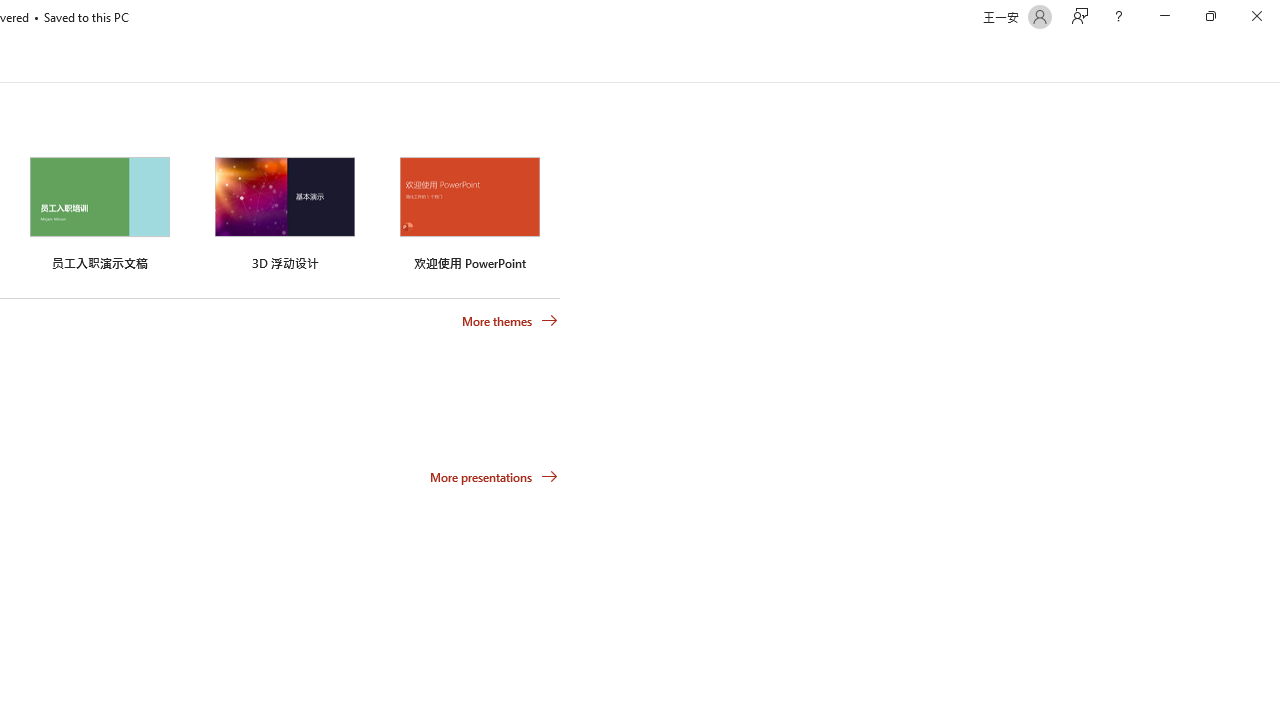 The image size is (1280, 720). I want to click on 'More presentations', so click(494, 477).